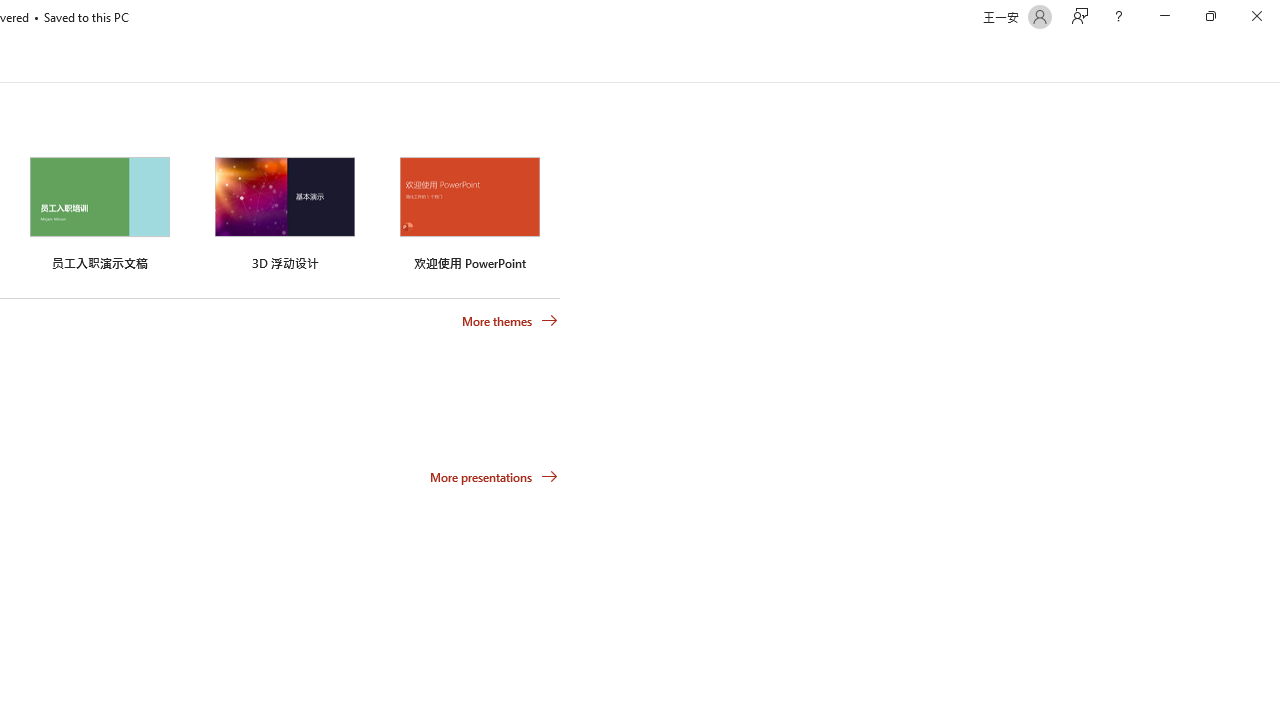 The image size is (1280, 720). I want to click on 'More presentations', so click(494, 477).